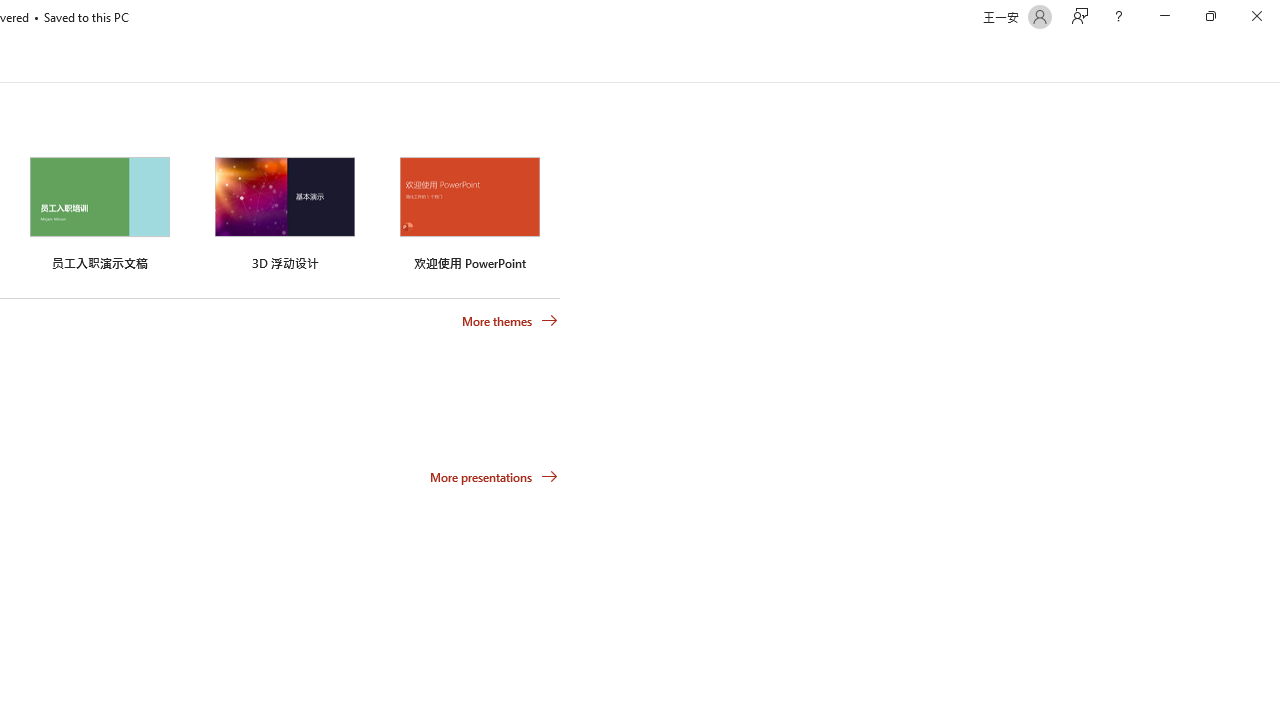 The image size is (1280, 720). I want to click on 'More presentations', so click(494, 477).